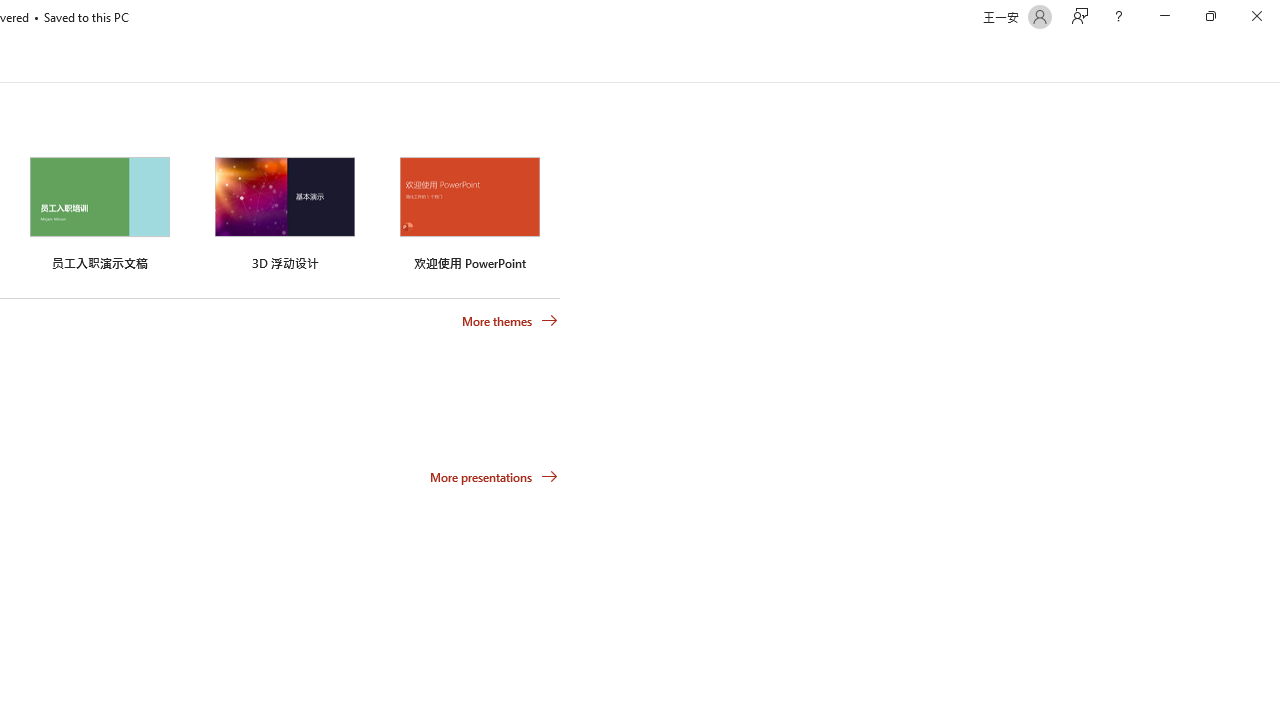 The image size is (1280, 720). I want to click on 'More presentations', so click(494, 477).